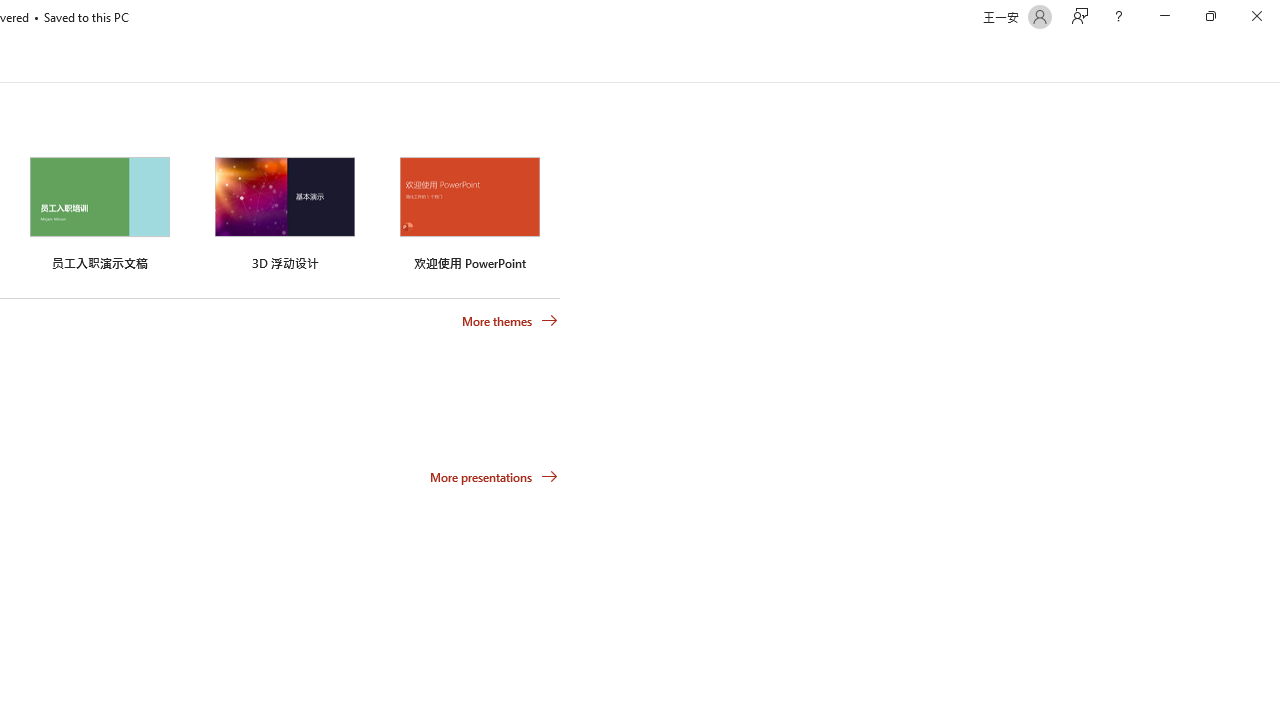 The image size is (1280, 720). I want to click on 'More presentations', so click(494, 477).